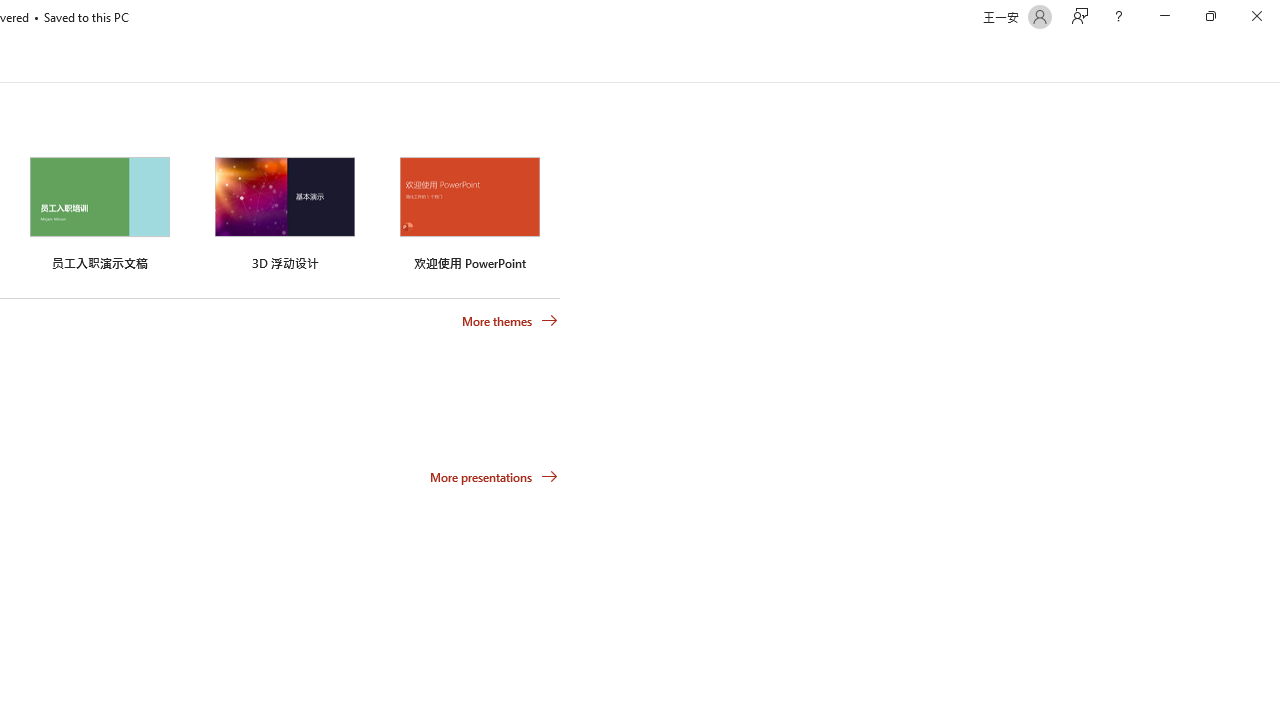 The image size is (1280, 720). I want to click on 'More presentations', so click(494, 477).